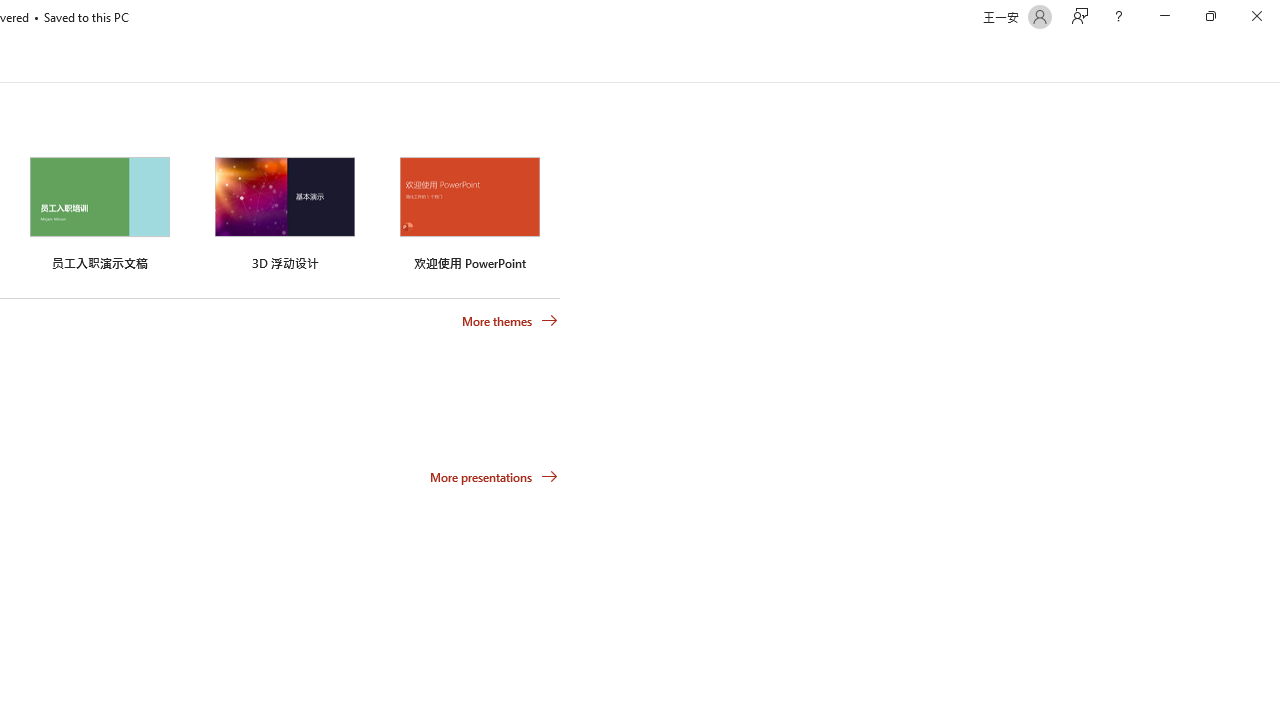 The image size is (1280, 720). I want to click on 'More presentations', so click(494, 477).